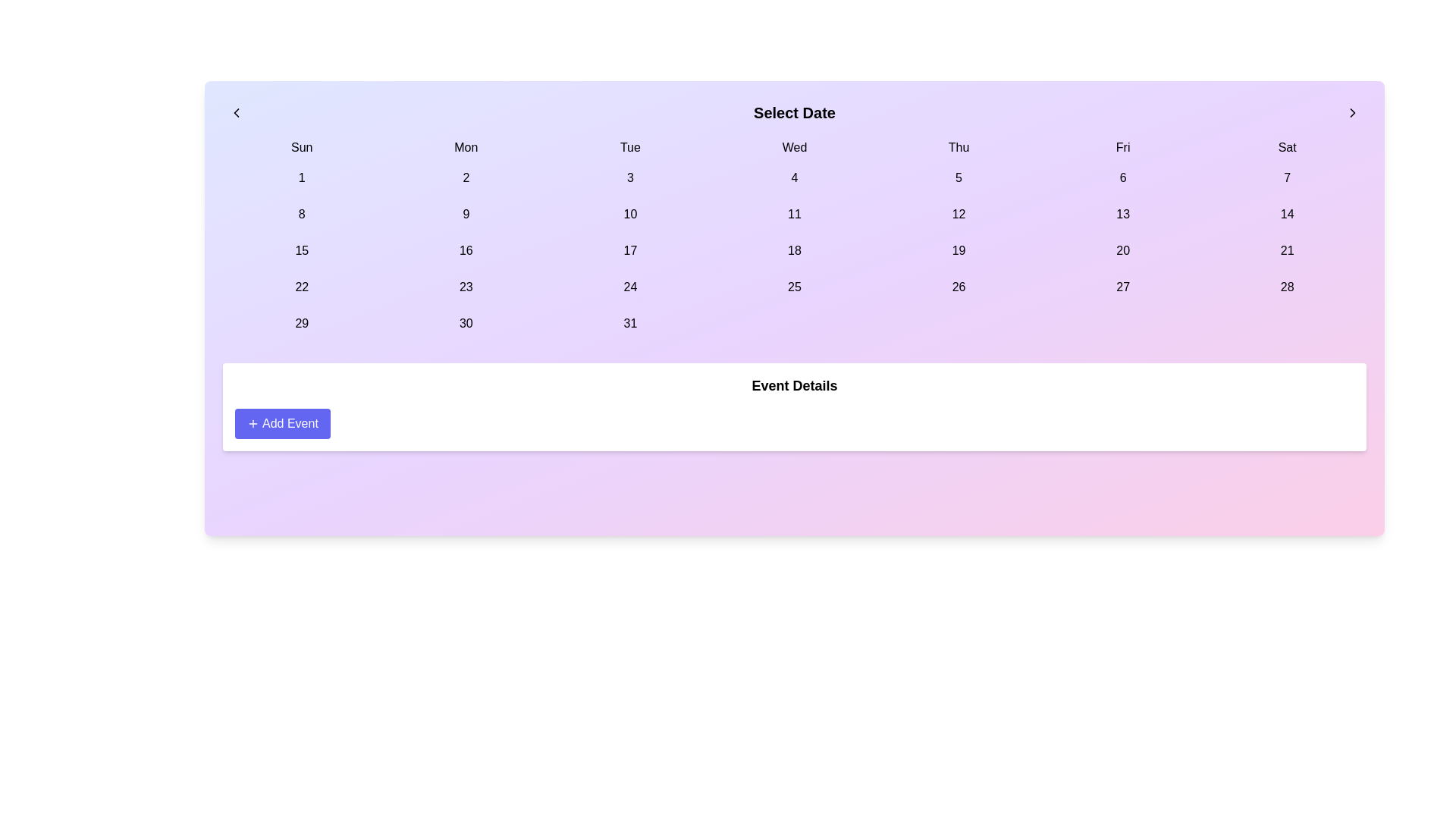 The image size is (1456, 819). What do you see at coordinates (465, 148) in the screenshot?
I see `the Text label for 'Monday' in the calendar interface, located in the second column of the top row` at bounding box center [465, 148].